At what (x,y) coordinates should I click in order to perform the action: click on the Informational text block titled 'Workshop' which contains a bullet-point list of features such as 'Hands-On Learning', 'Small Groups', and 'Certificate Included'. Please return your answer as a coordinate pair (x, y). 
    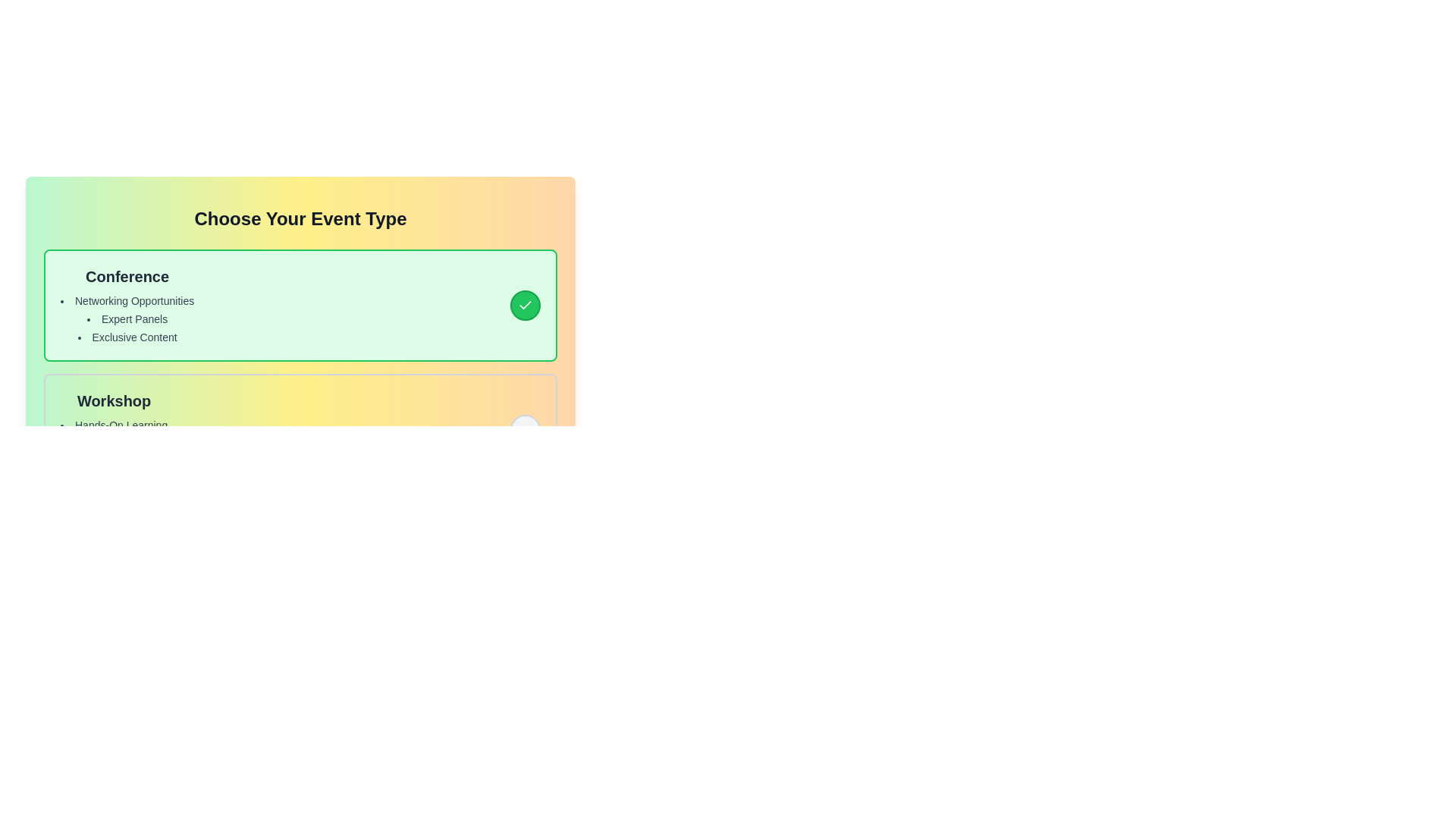
    Looking at the image, I should click on (113, 430).